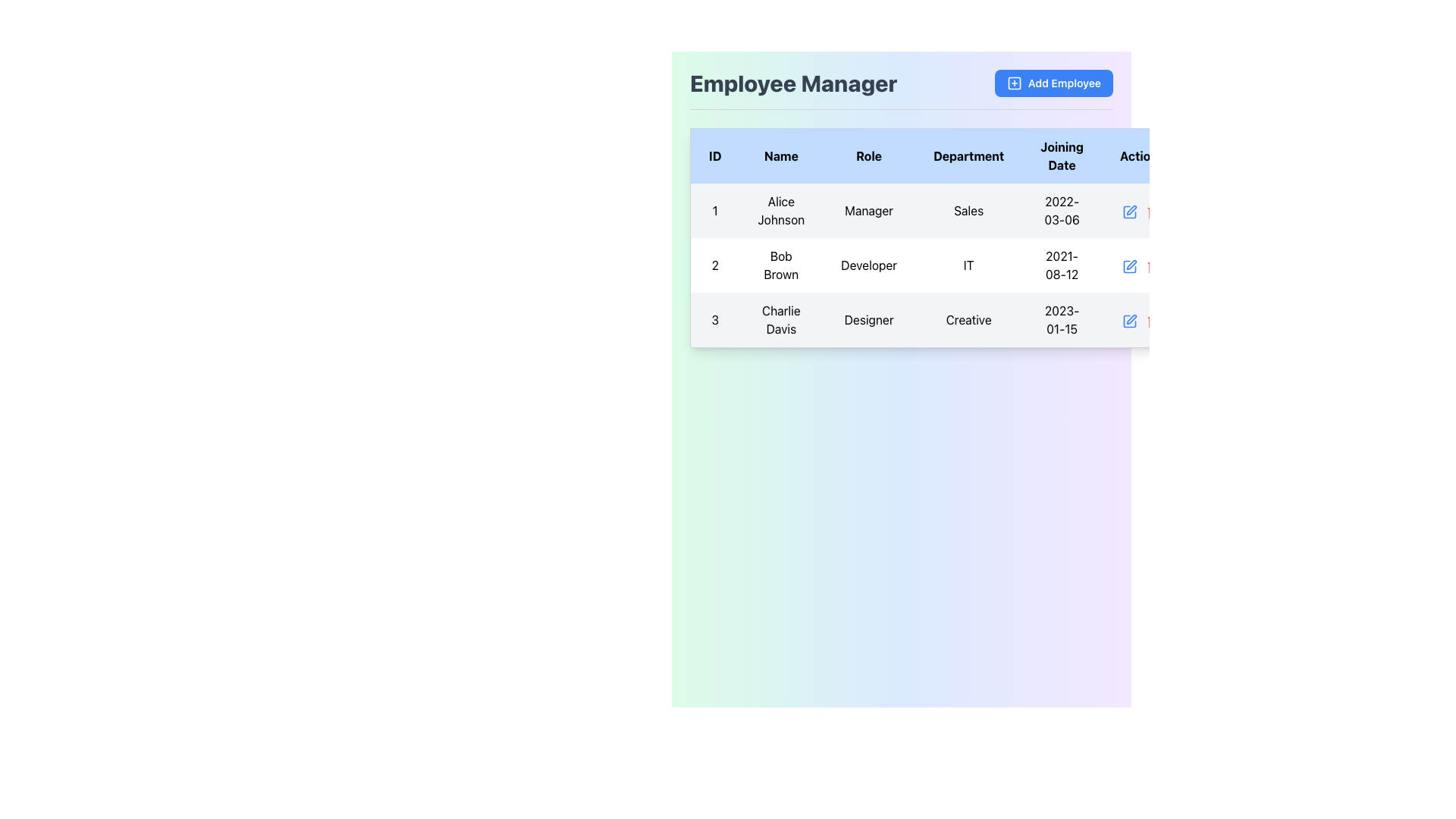 Image resolution: width=1456 pixels, height=819 pixels. Describe the element at coordinates (936, 265) in the screenshot. I see `keyboard navigation` at that location.